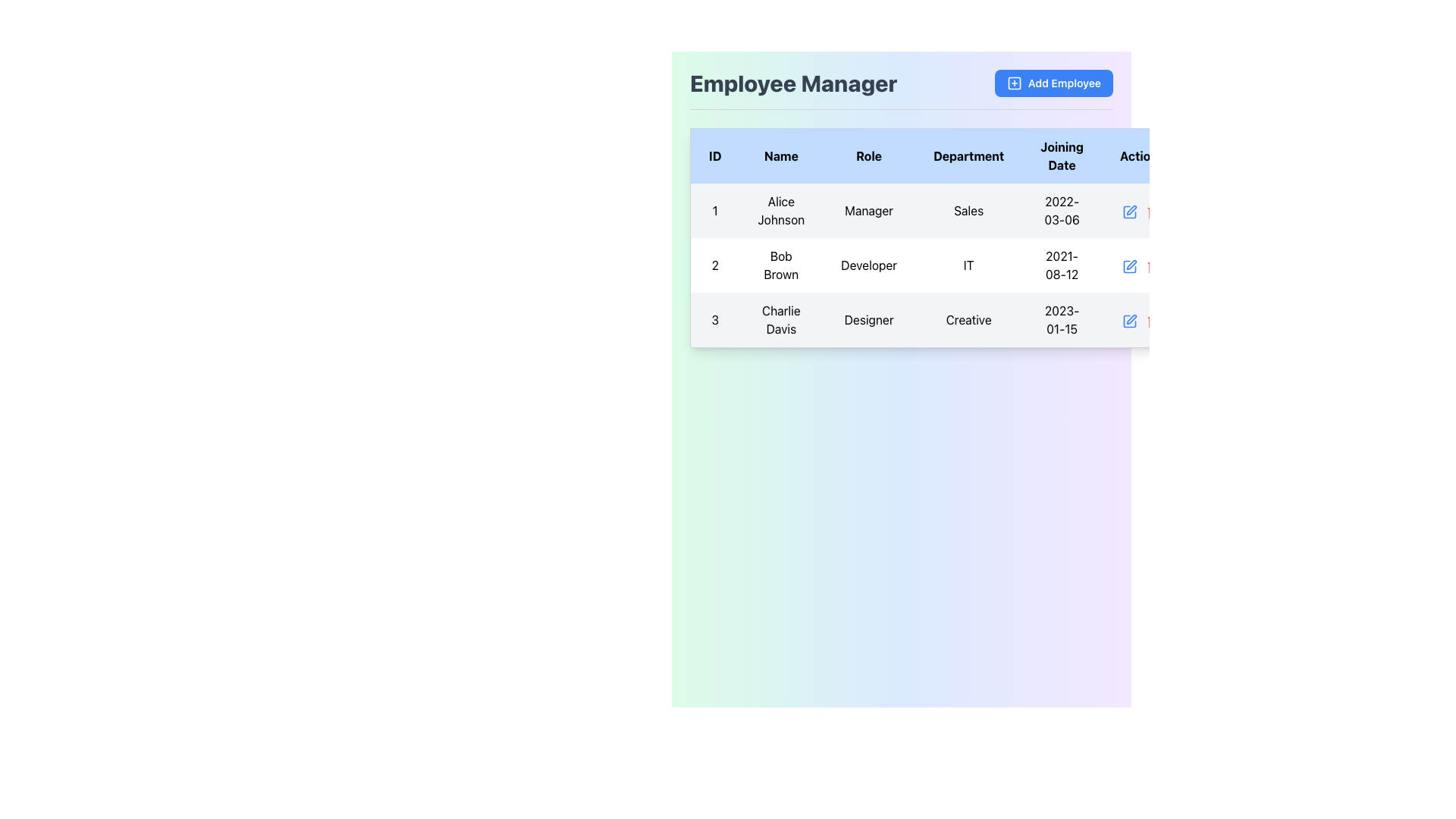 Image resolution: width=1456 pixels, height=819 pixels. Describe the element at coordinates (936, 265) in the screenshot. I see `keyboard navigation` at that location.